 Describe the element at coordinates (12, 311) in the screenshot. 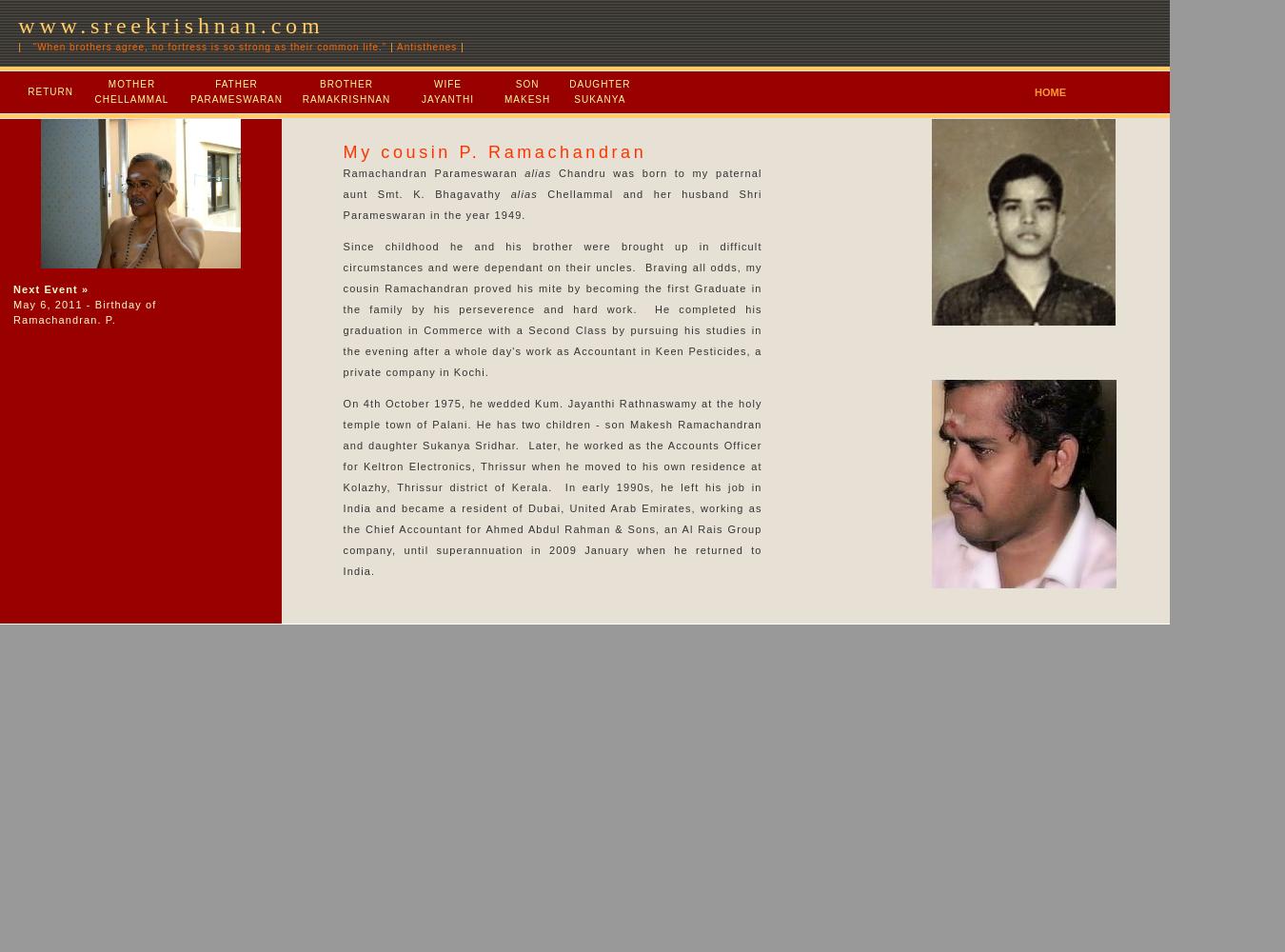

I see `'May 6, 2011 - Birthday of Ramachandran. P.'` at that location.